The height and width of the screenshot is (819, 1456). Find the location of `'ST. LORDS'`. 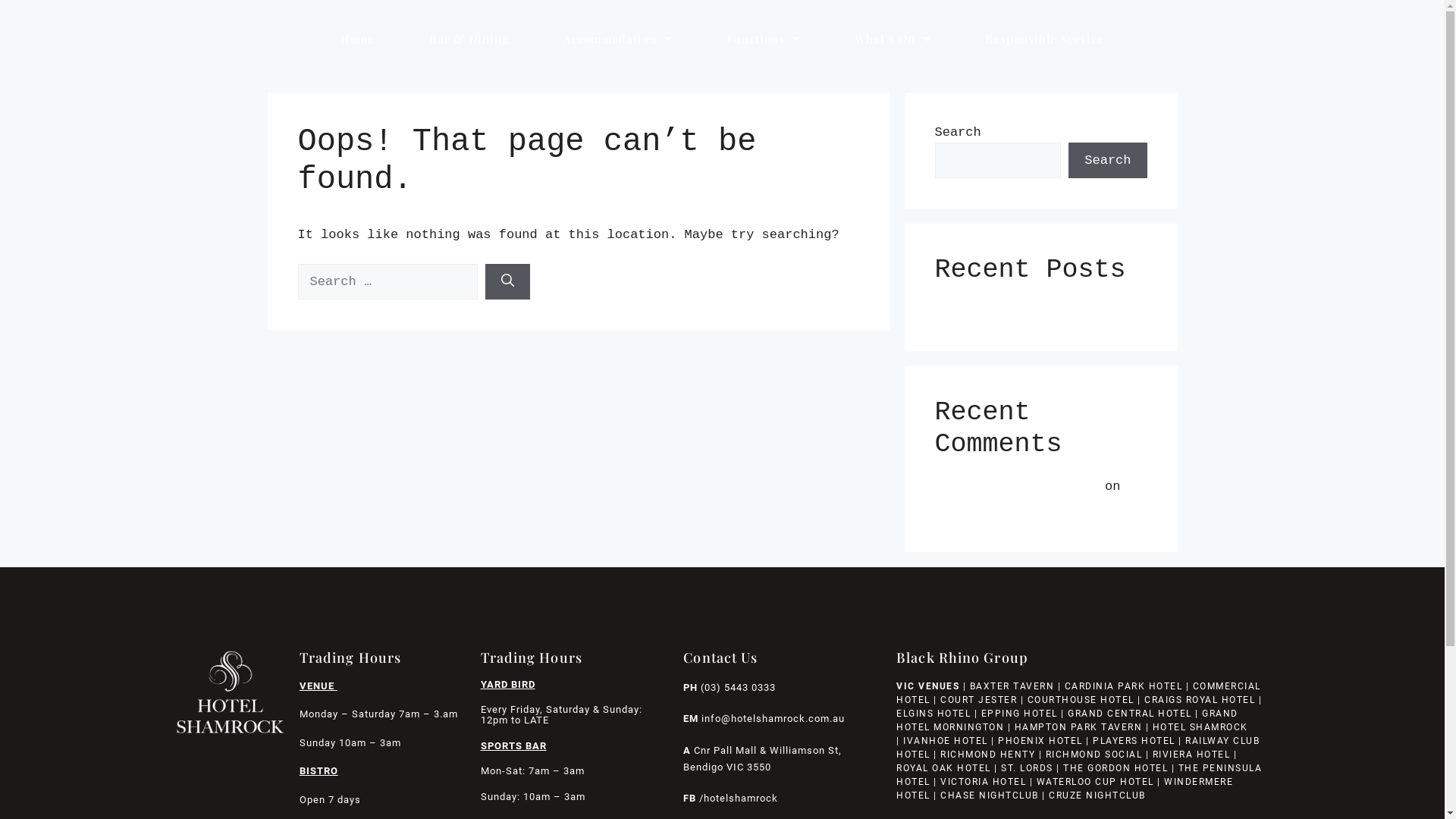

'ST. LORDS' is located at coordinates (1027, 768).